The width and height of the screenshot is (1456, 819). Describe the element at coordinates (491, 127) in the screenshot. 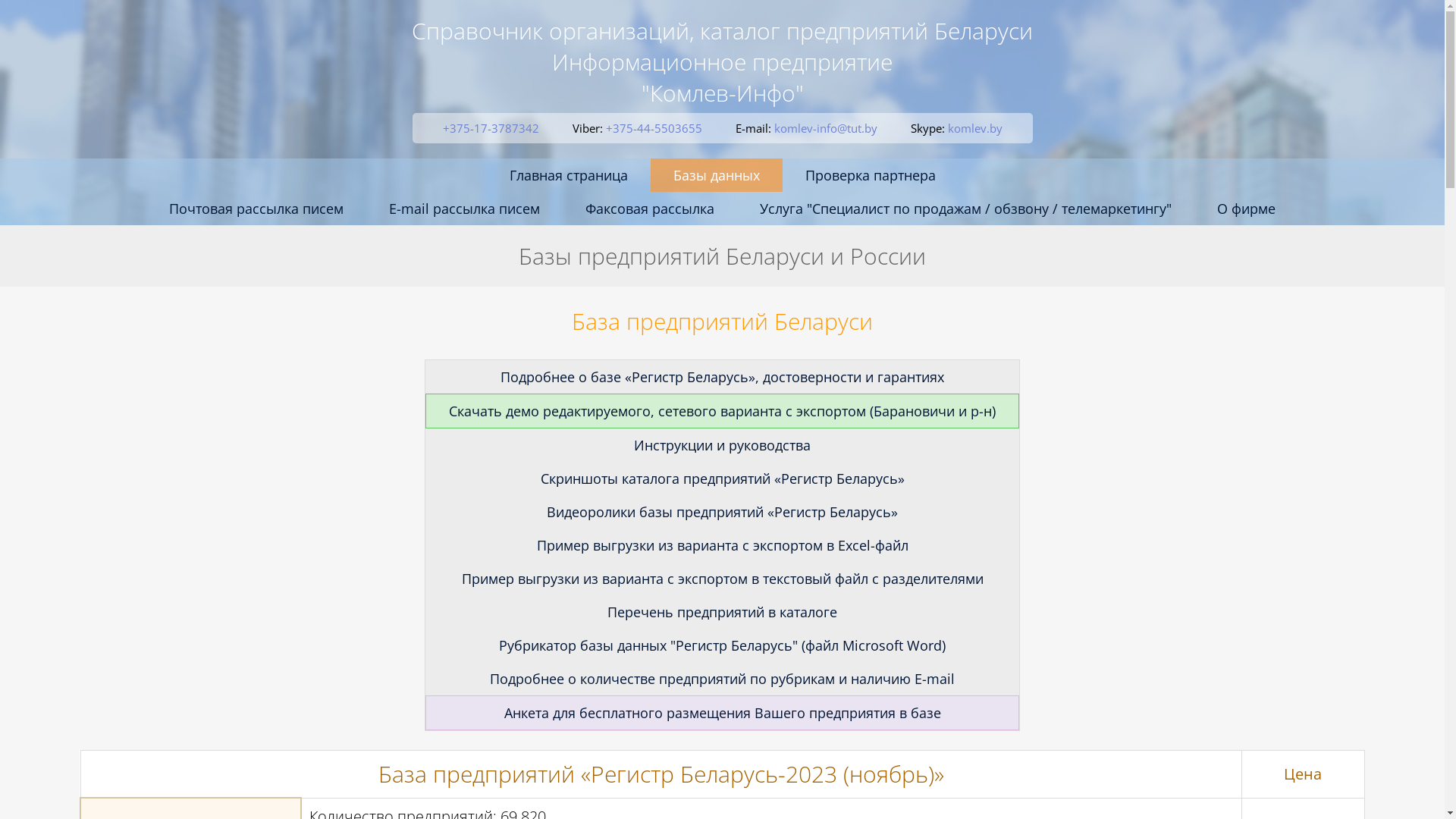

I see `'+375-17-3787342'` at that location.